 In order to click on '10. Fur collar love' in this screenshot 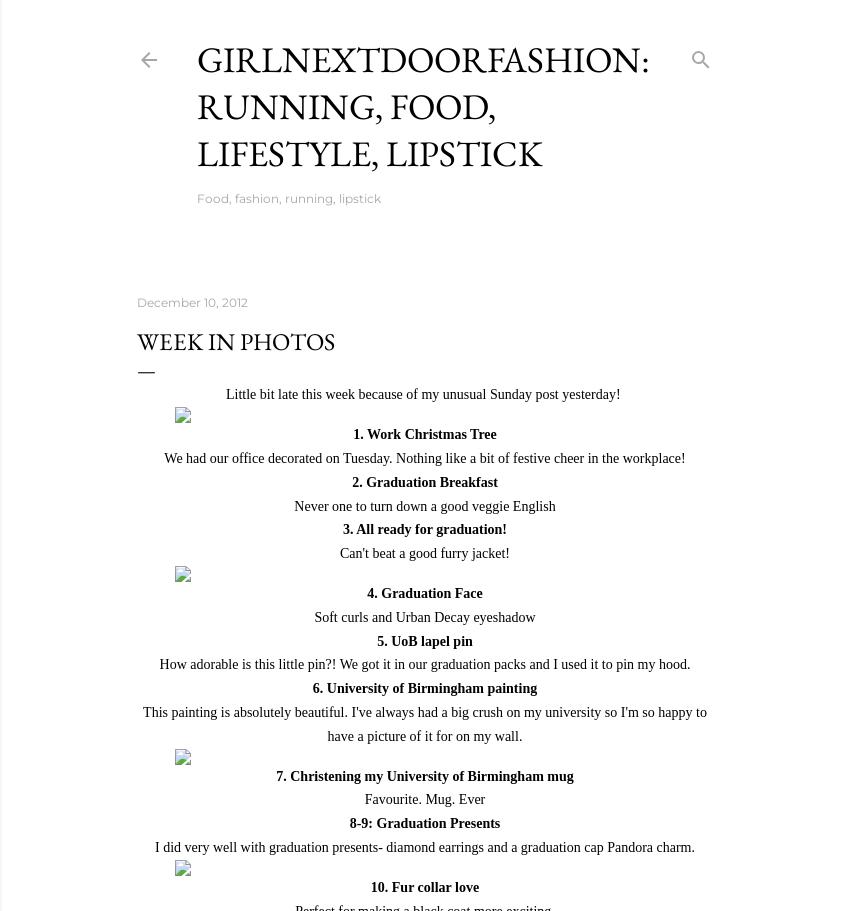, I will do `click(424, 885)`.